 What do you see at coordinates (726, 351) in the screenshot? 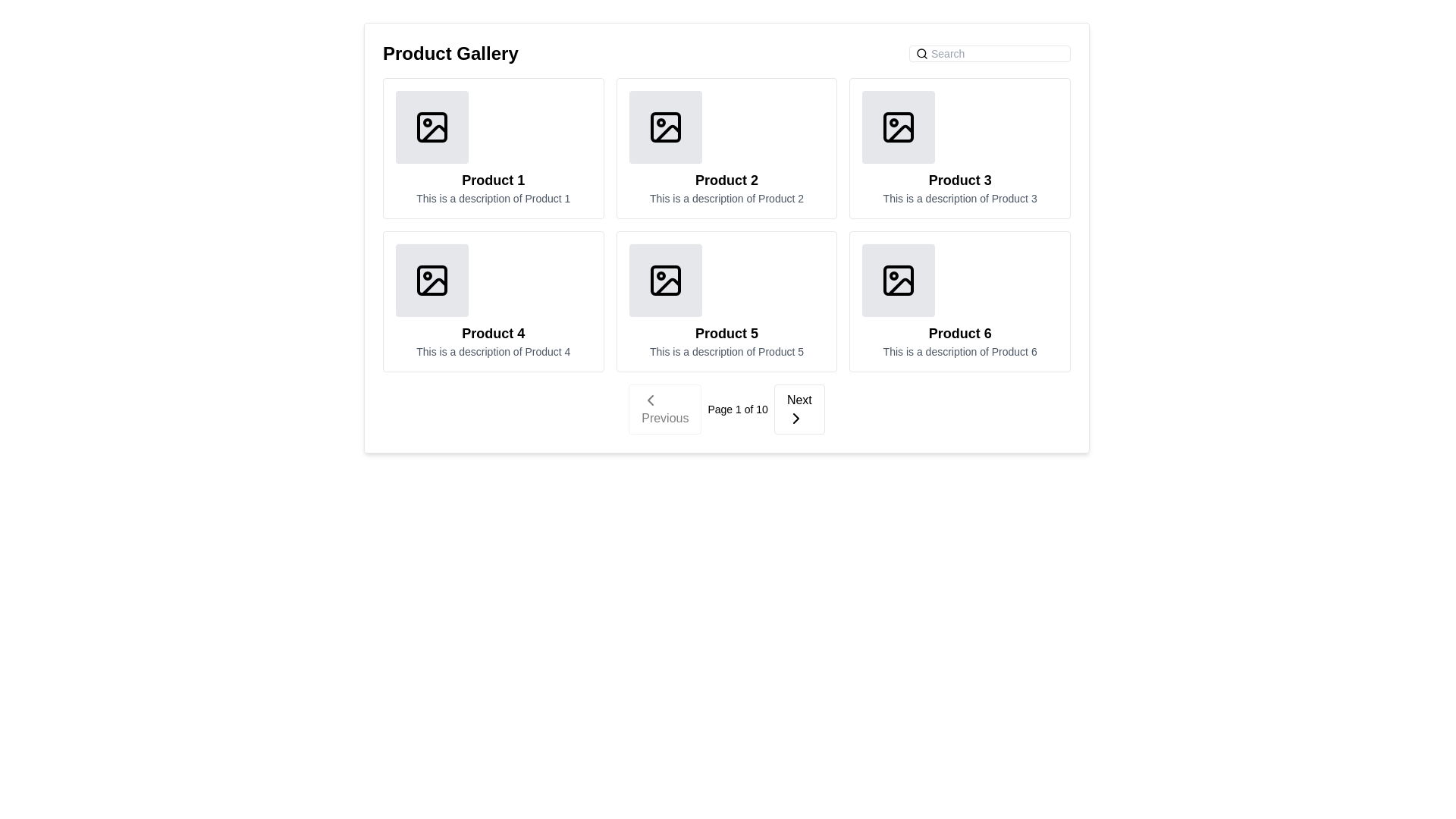
I see `the static text providing additional descriptive information about 'Product 5', located at the bottom of the fifth product card in the second row, second column of the product grid layout` at bounding box center [726, 351].